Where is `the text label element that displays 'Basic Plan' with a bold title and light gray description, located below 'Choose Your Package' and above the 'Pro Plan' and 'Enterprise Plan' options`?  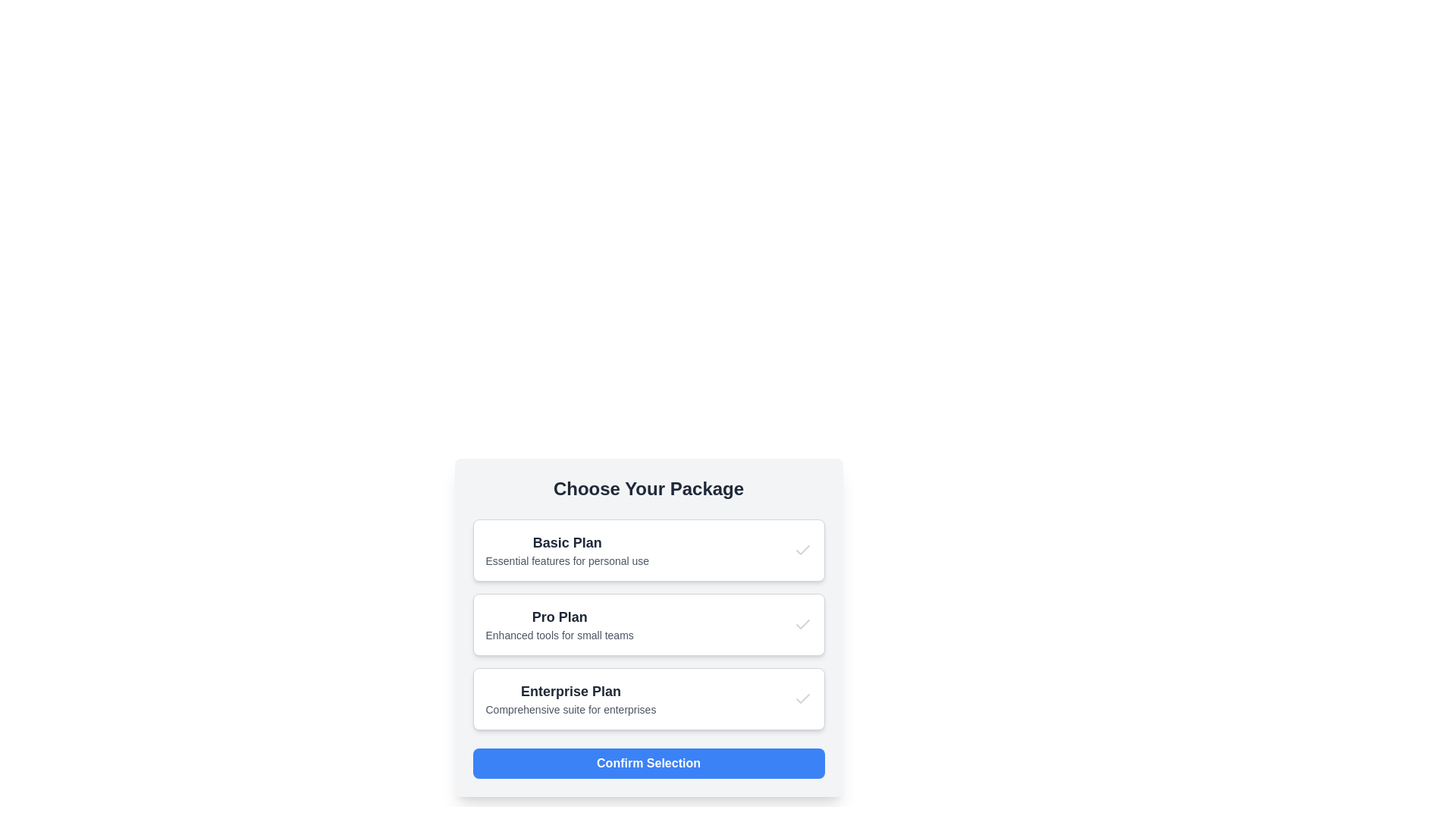 the text label element that displays 'Basic Plan' with a bold title and light gray description, located below 'Choose Your Package' and above the 'Pro Plan' and 'Enterprise Plan' options is located at coordinates (566, 550).